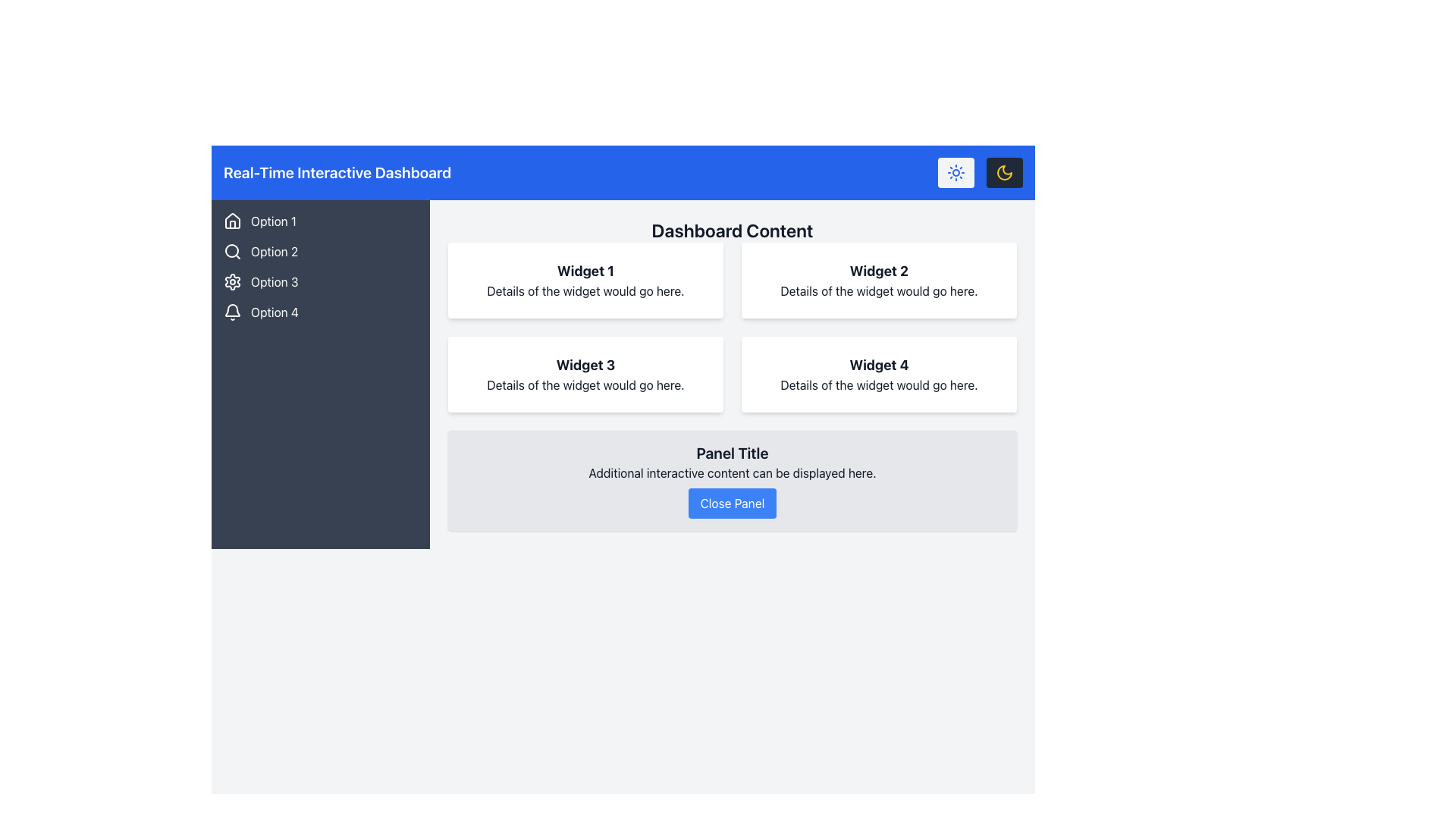 The width and height of the screenshot is (1456, 819). What do you see at coordinates (1004, 171) in the screenshot?
I see `the rounded button with a dark-gray background and yellow text displaying a moon icon` at bounding box center [1004, 171].